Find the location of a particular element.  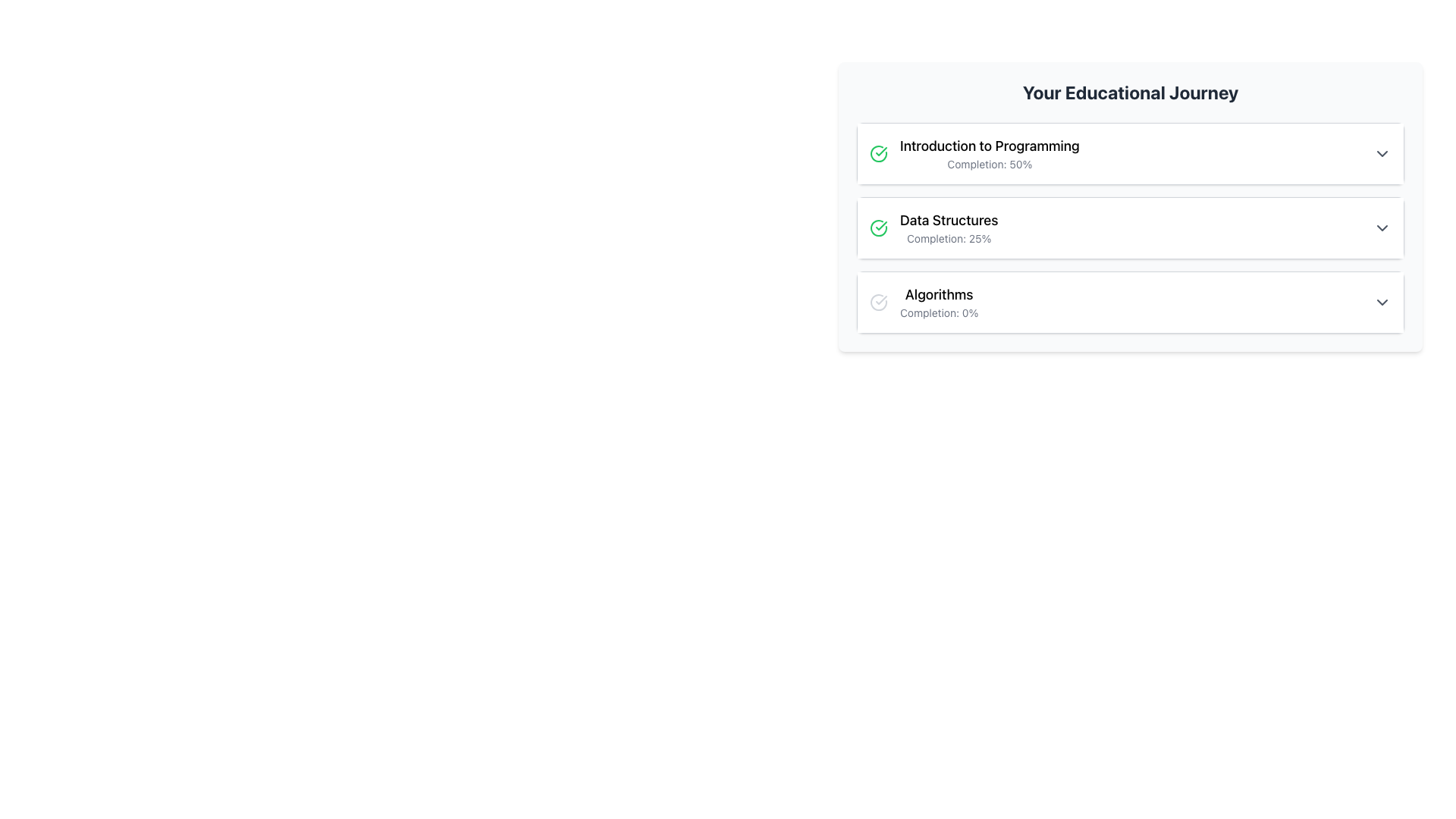

completion status text label located at the bottom section of the 'Algorithms' card, which currently indicates 0% is located at coordinates (938, 312).